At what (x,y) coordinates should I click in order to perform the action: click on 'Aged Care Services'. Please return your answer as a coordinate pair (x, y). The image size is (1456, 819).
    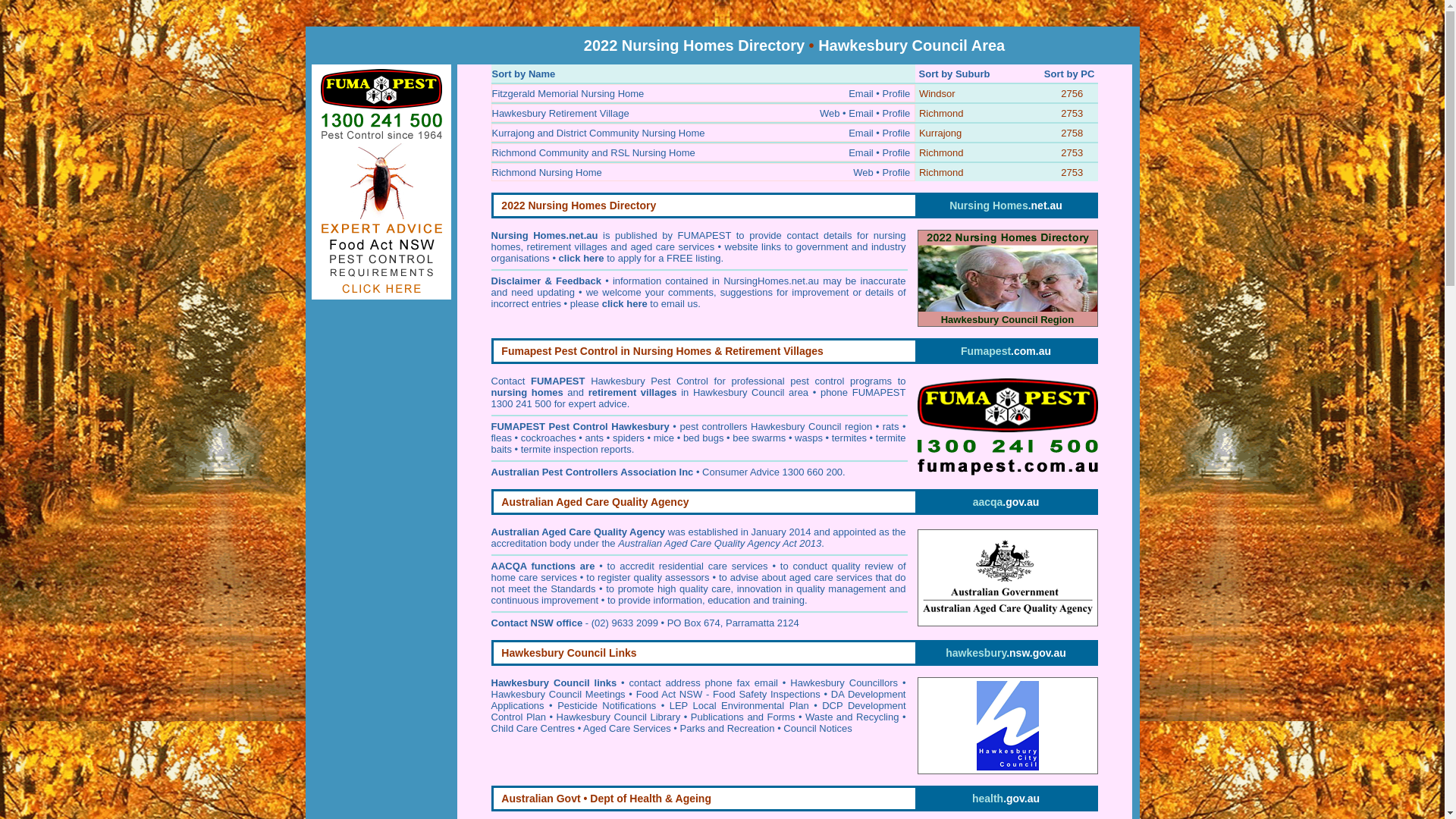
    Looking at the image, I should click on (626, 727).